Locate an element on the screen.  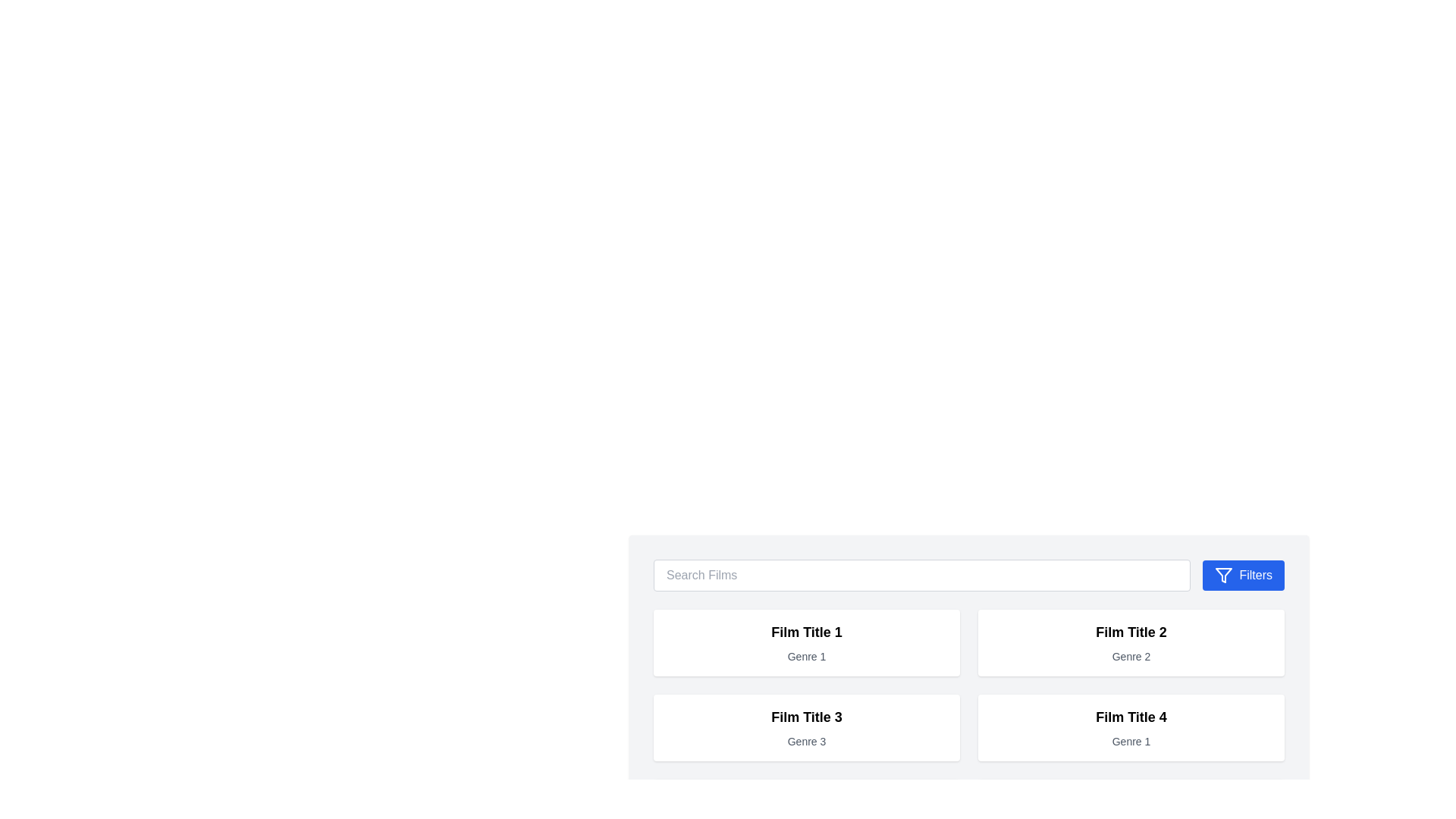
the Card component displaying 'Film Title 3' and its subheader 'Genre 3', which is the third card in the grid layout is located at coordinates (806, 727).